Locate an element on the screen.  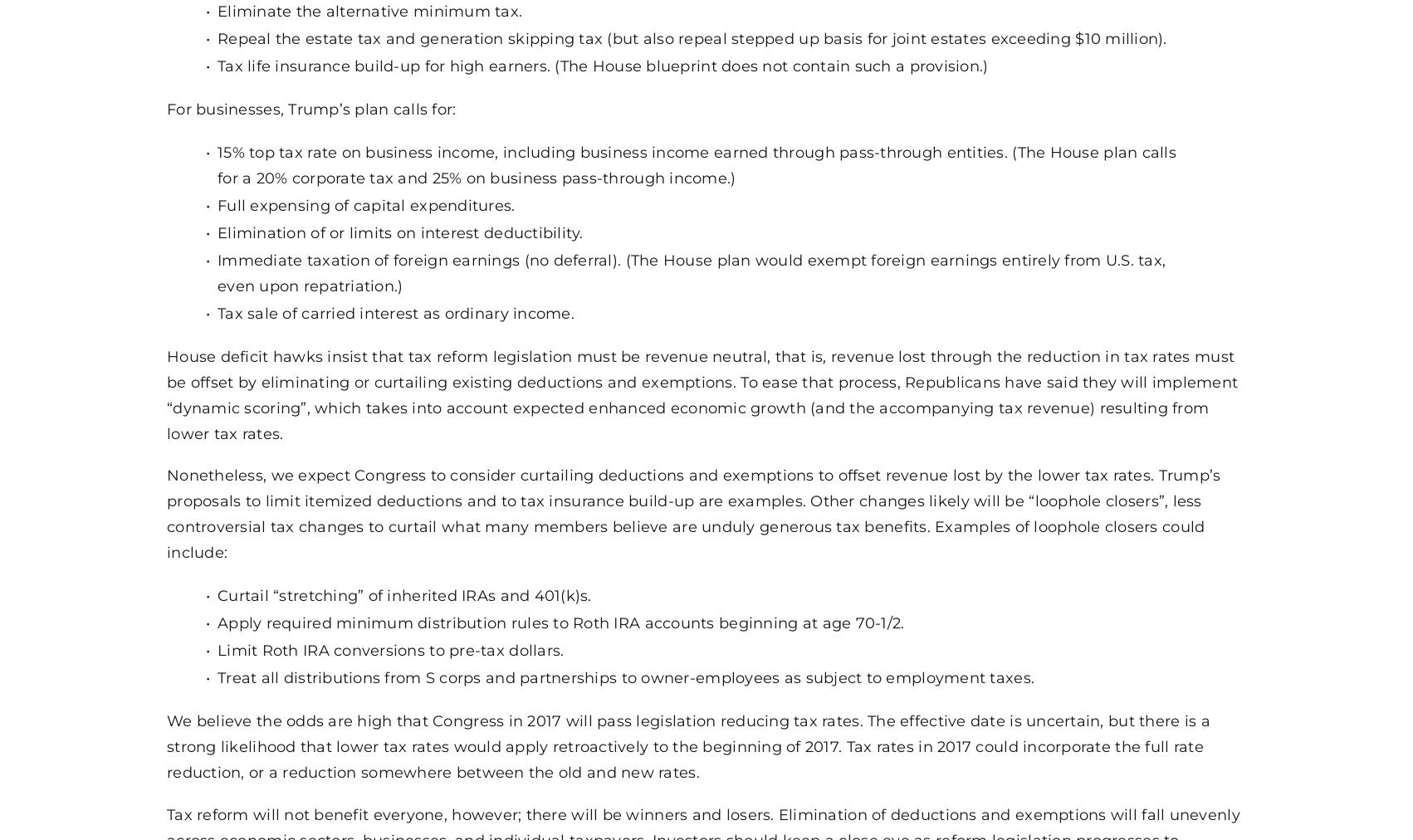
'Elimination of or limits on interest deductibility.' is located at coordinates (399, 231).